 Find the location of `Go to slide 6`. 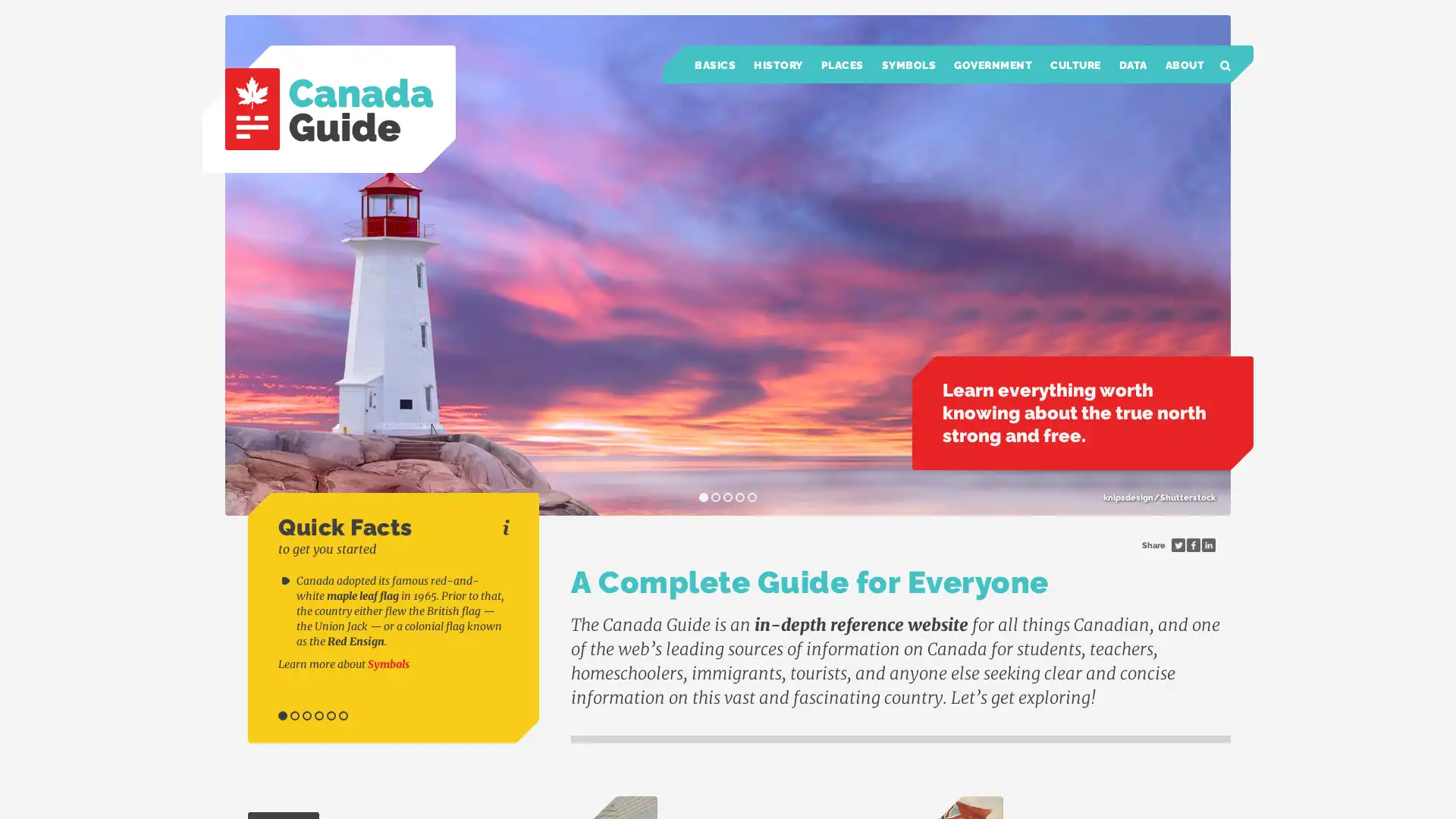

Go to slide 6 is located at coordinates (342, 716).